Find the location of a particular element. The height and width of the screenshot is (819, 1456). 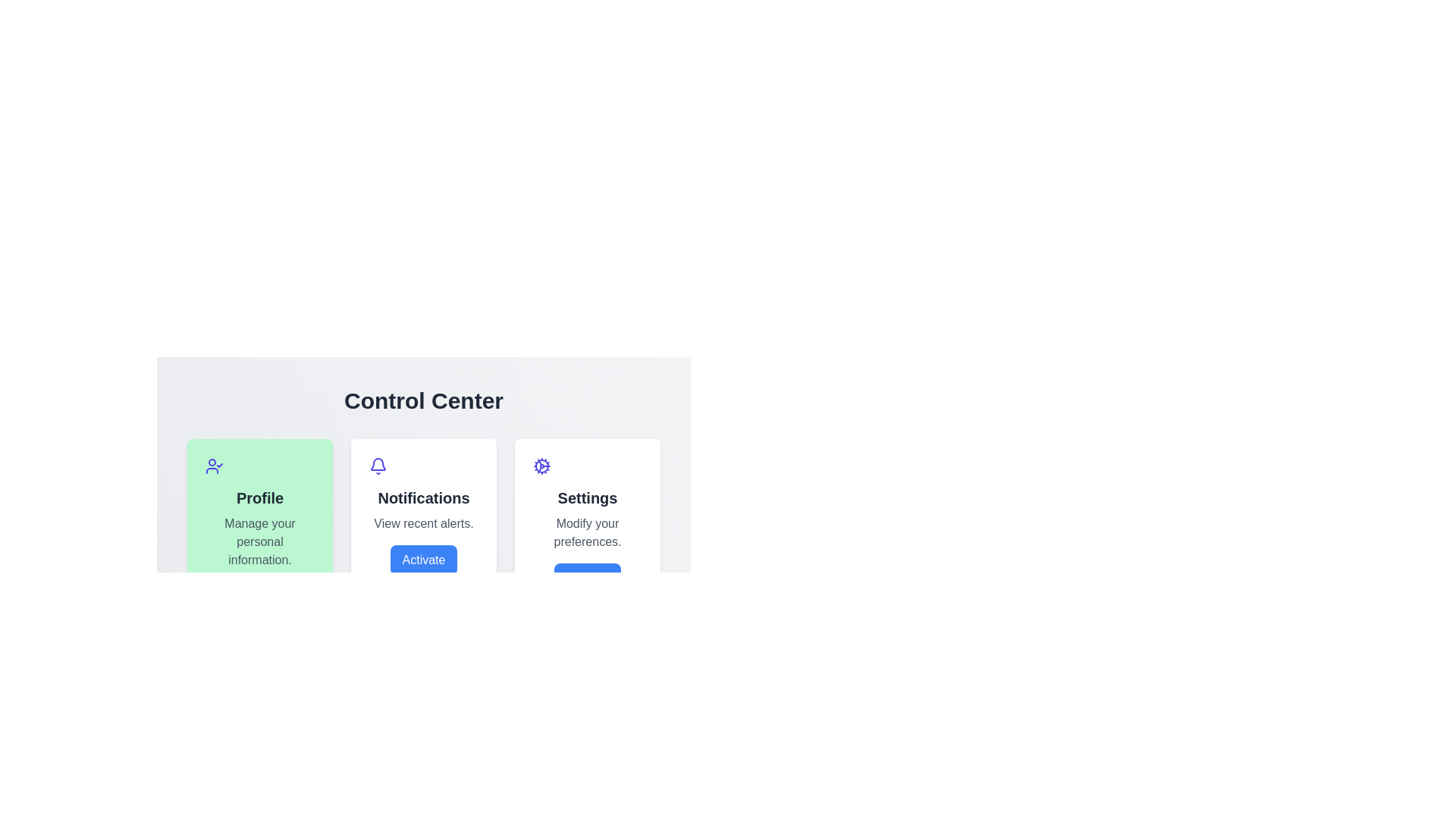

the button located at the bottom of the 'Settings' card within the 'Control Center' section is located at coordinates (586, 579).